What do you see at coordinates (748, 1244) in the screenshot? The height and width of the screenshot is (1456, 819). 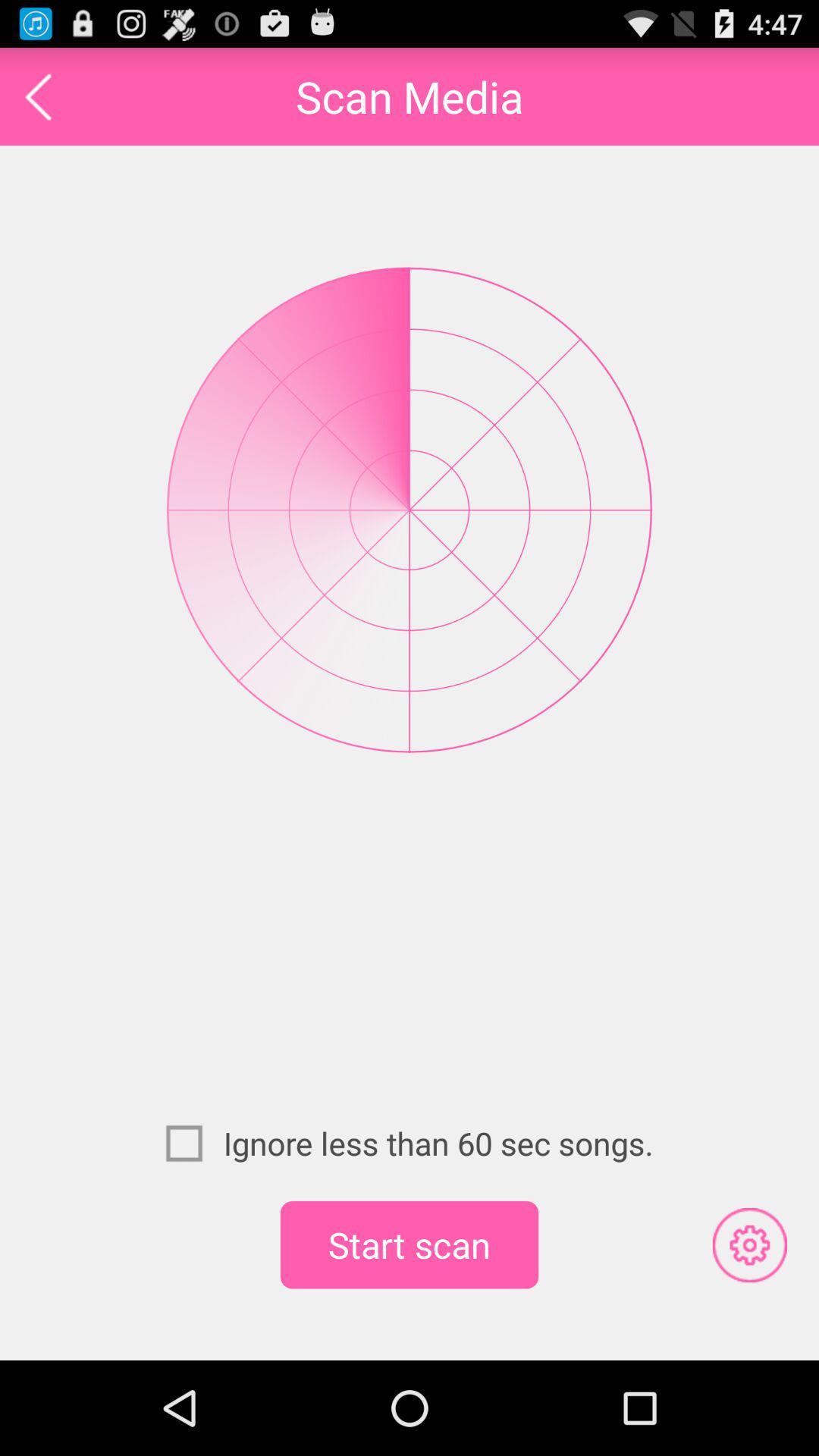 I see `item next to start scan item` at bounding box center [748, 1244].